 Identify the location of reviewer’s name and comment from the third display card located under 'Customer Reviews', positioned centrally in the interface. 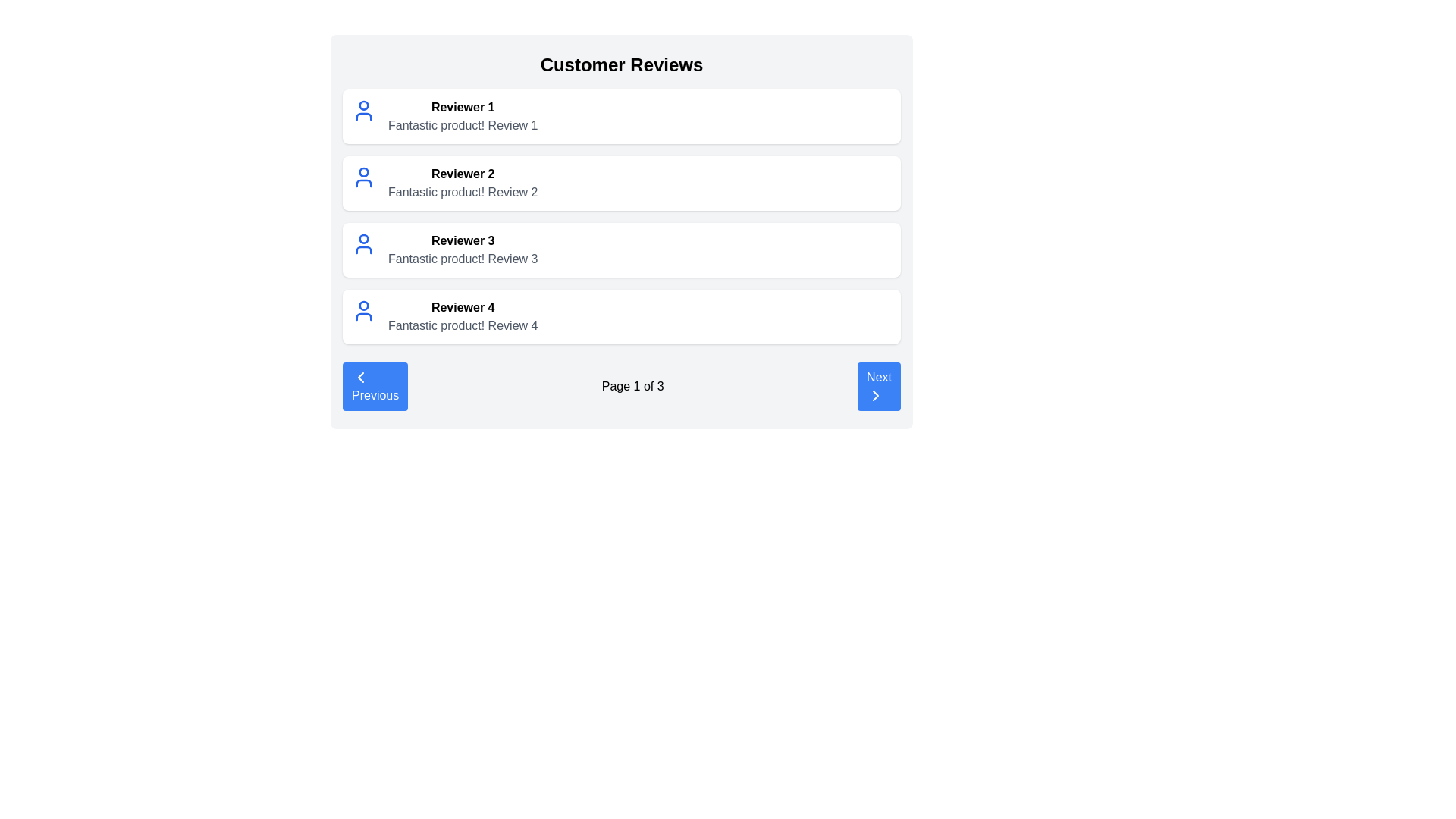
(622, 231).